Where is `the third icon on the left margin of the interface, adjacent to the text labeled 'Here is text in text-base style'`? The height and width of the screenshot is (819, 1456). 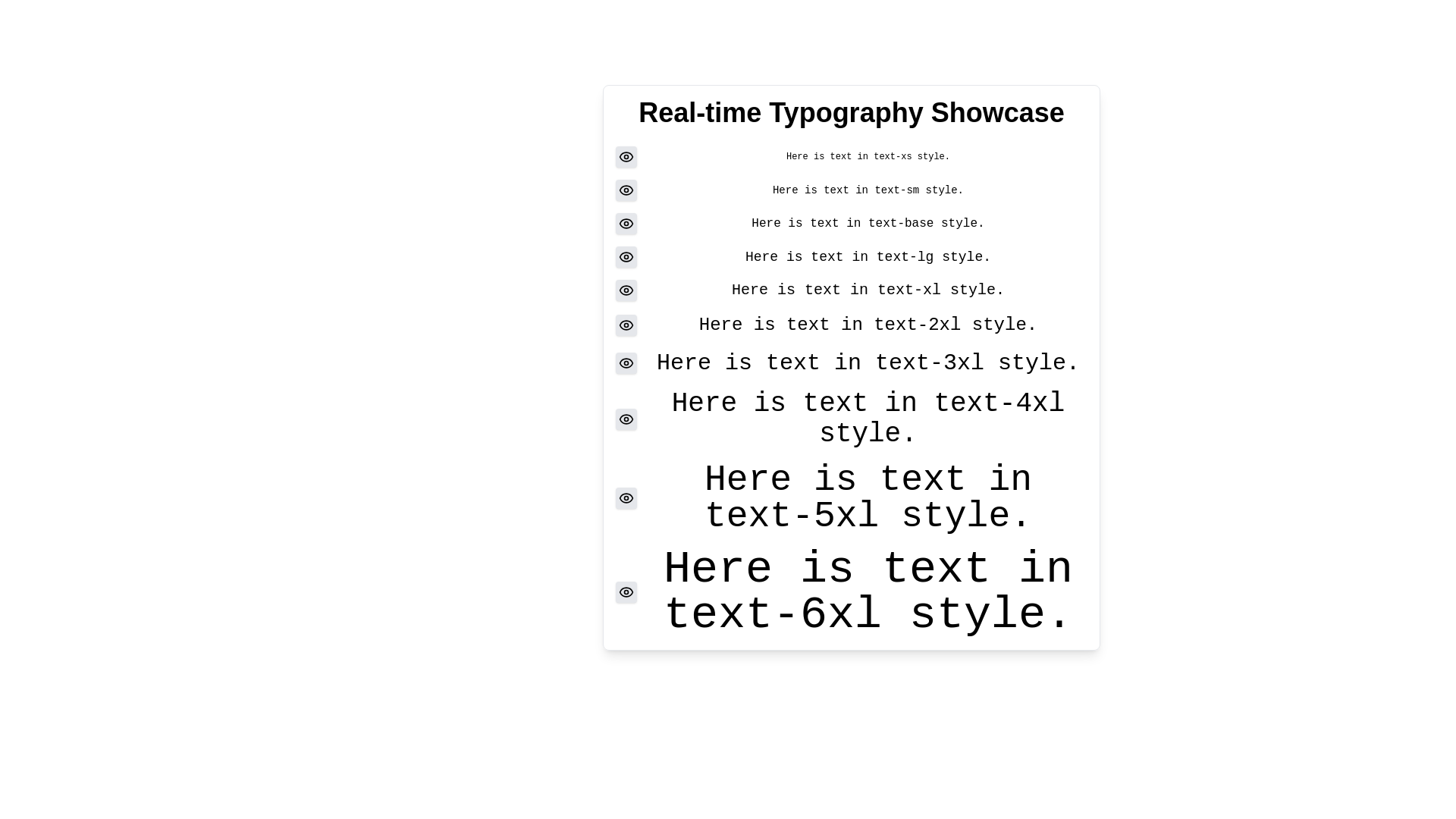
the third icon on the left margin of the interface, adjacent to the text labeled 'Here is text in text-base style' is located at coordinates (626, 223).